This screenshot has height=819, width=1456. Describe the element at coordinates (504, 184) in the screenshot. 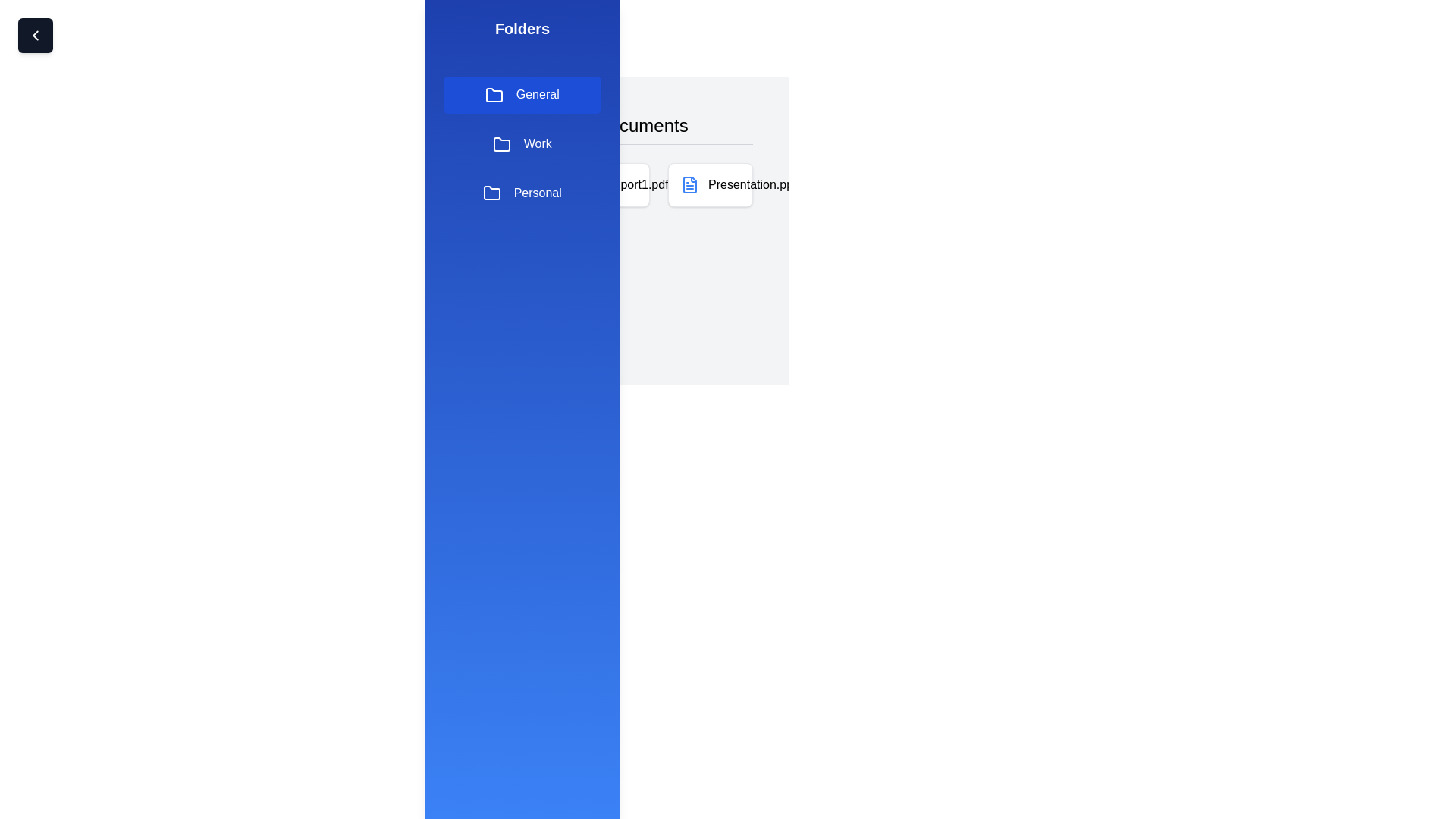

I see `the visual representation of the file named 'File1.docx' located at the top-left of the grid layout in the file browser interface` at that location.